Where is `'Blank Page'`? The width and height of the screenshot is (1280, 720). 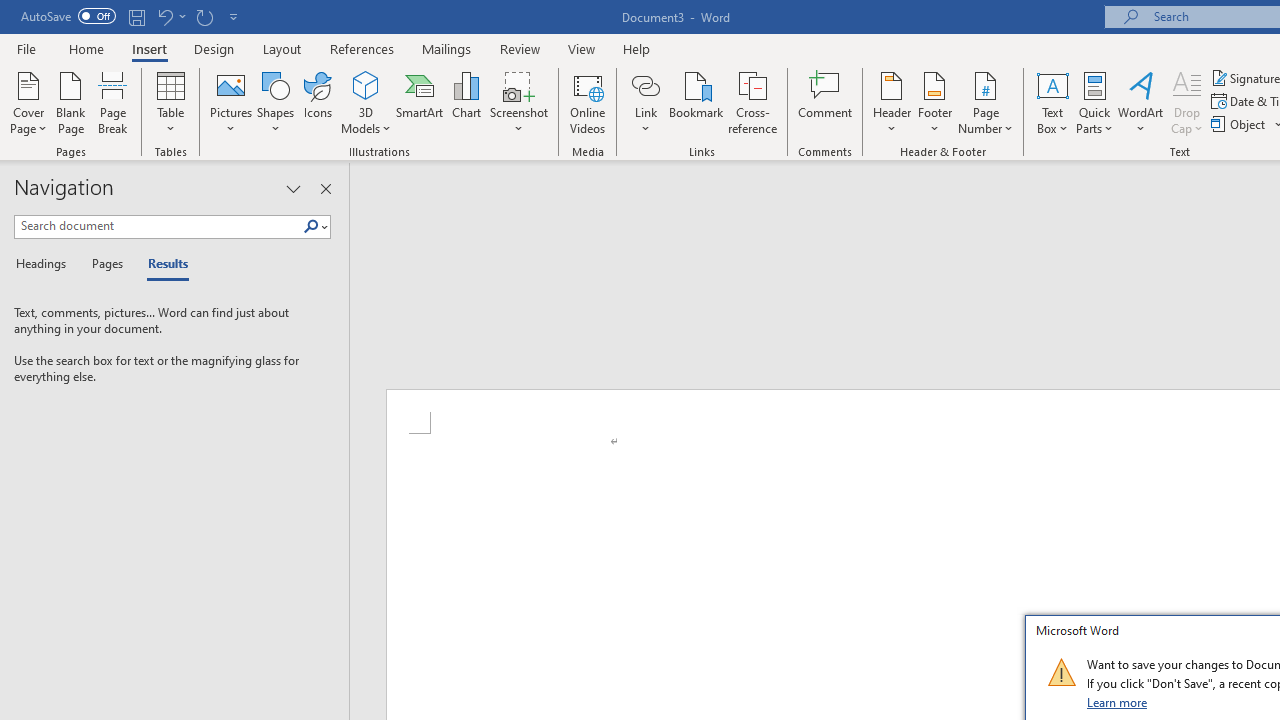
'Blank Page' is located at coordinates (71, 103).